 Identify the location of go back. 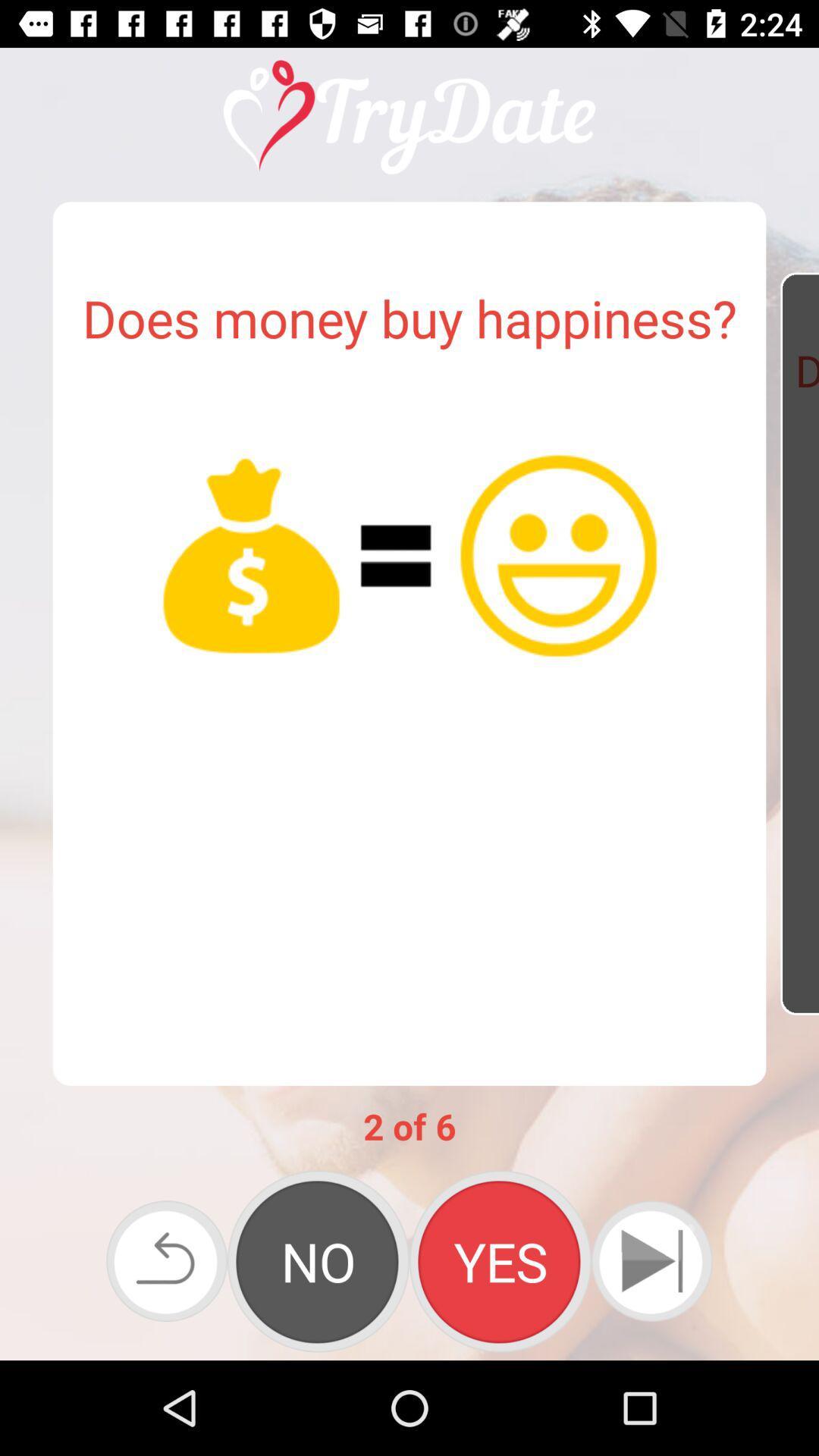
(167, 1261).